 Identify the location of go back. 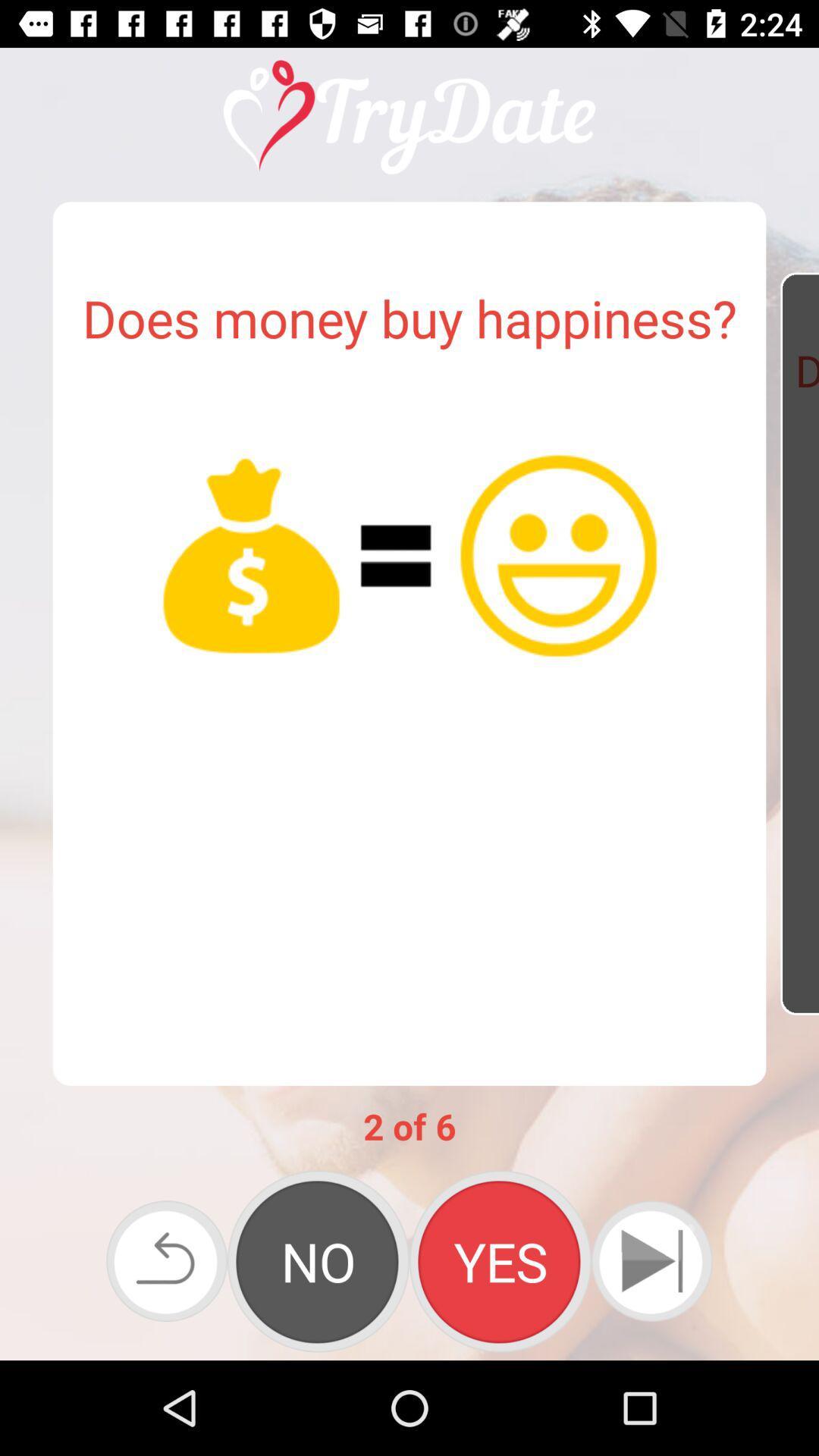
(167, 1261).